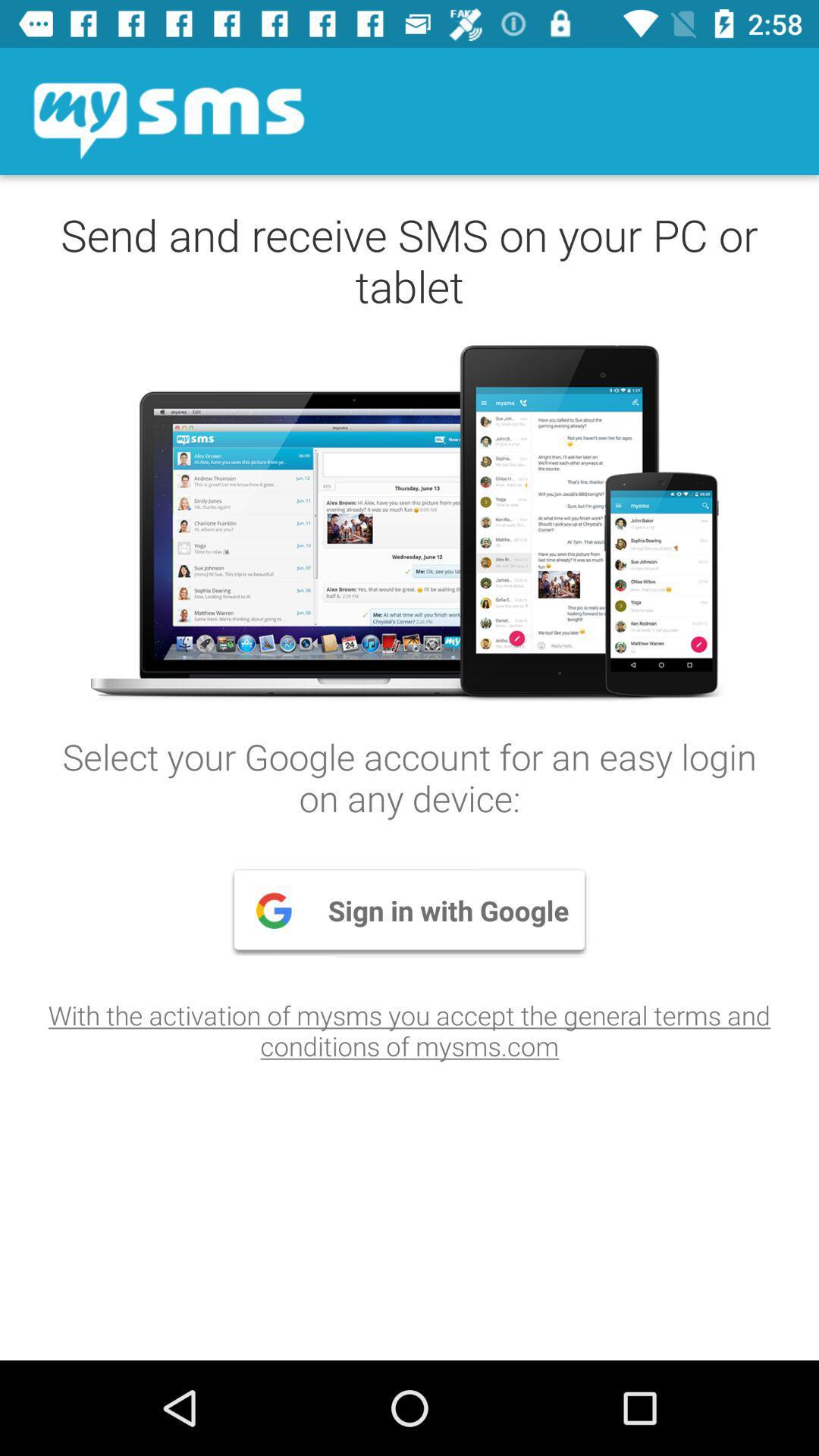 This screenshot has width=819, height=1456. What do you see at coordinates (409, 1030) in the screenshot?
I see `with the activation` at bounding box center [409, 1030].